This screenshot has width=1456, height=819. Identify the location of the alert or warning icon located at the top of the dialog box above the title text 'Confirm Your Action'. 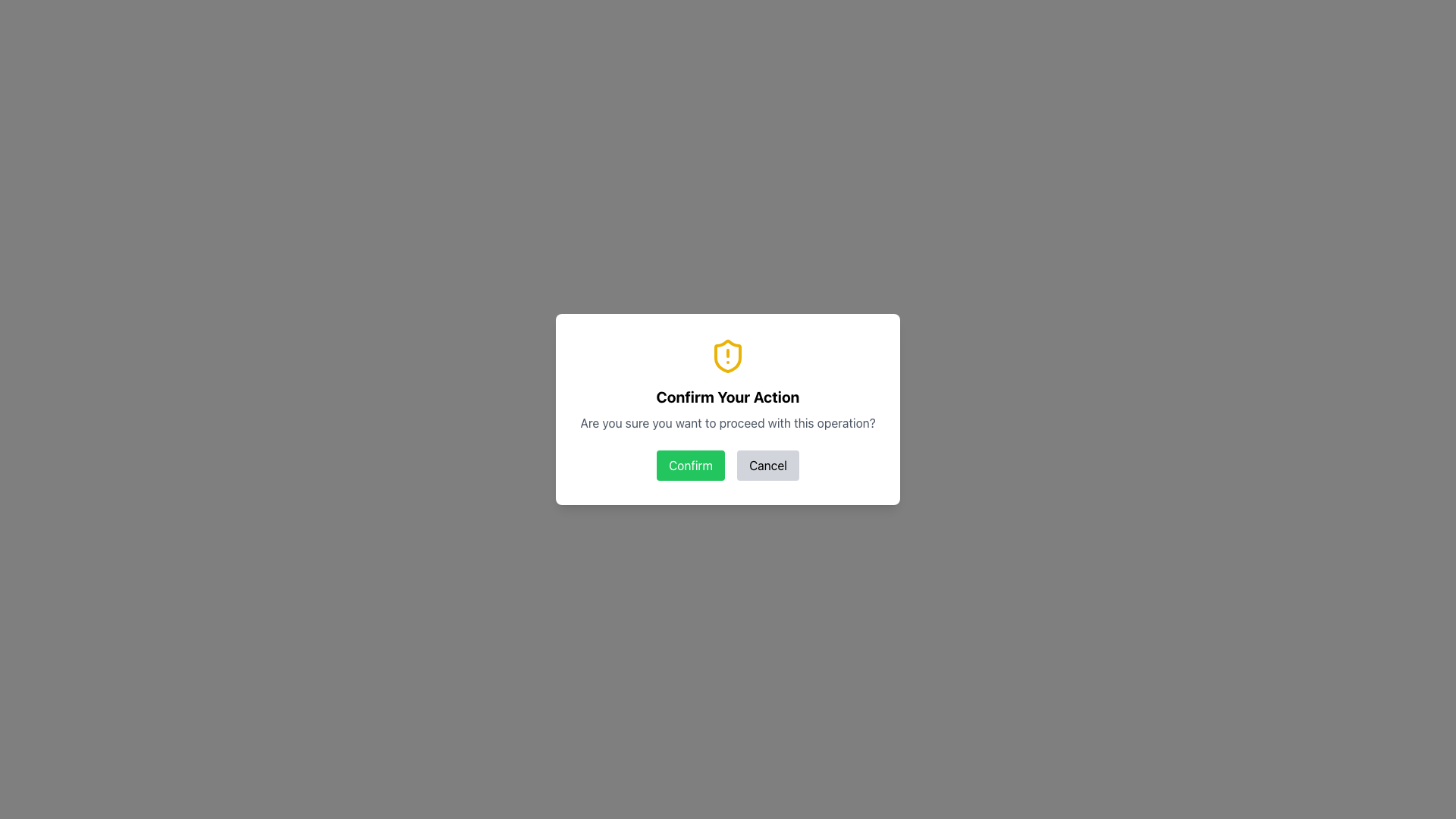
(728, 356).